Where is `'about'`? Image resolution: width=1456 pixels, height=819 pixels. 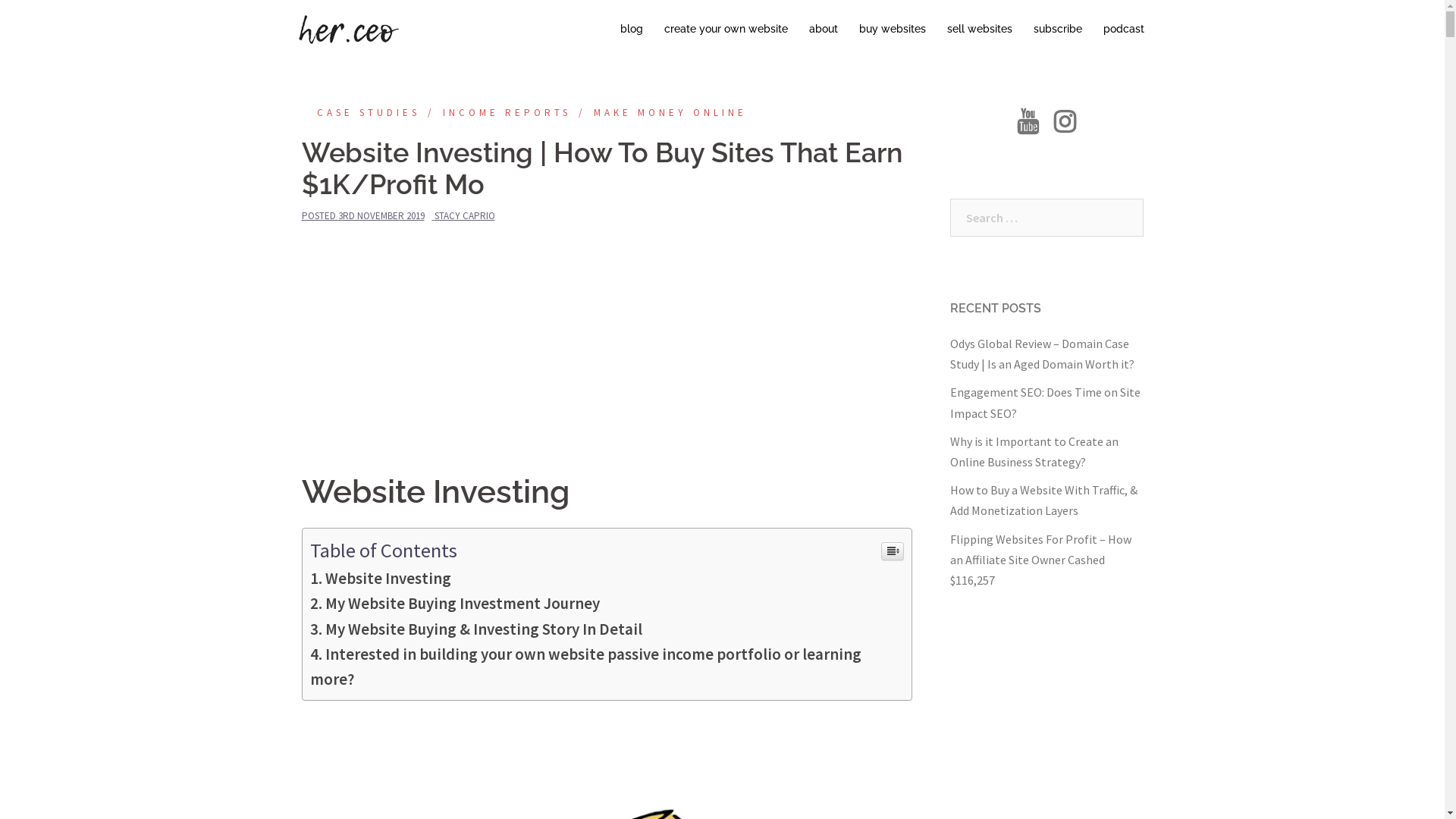 'about' is located at coordinates (821, 29).